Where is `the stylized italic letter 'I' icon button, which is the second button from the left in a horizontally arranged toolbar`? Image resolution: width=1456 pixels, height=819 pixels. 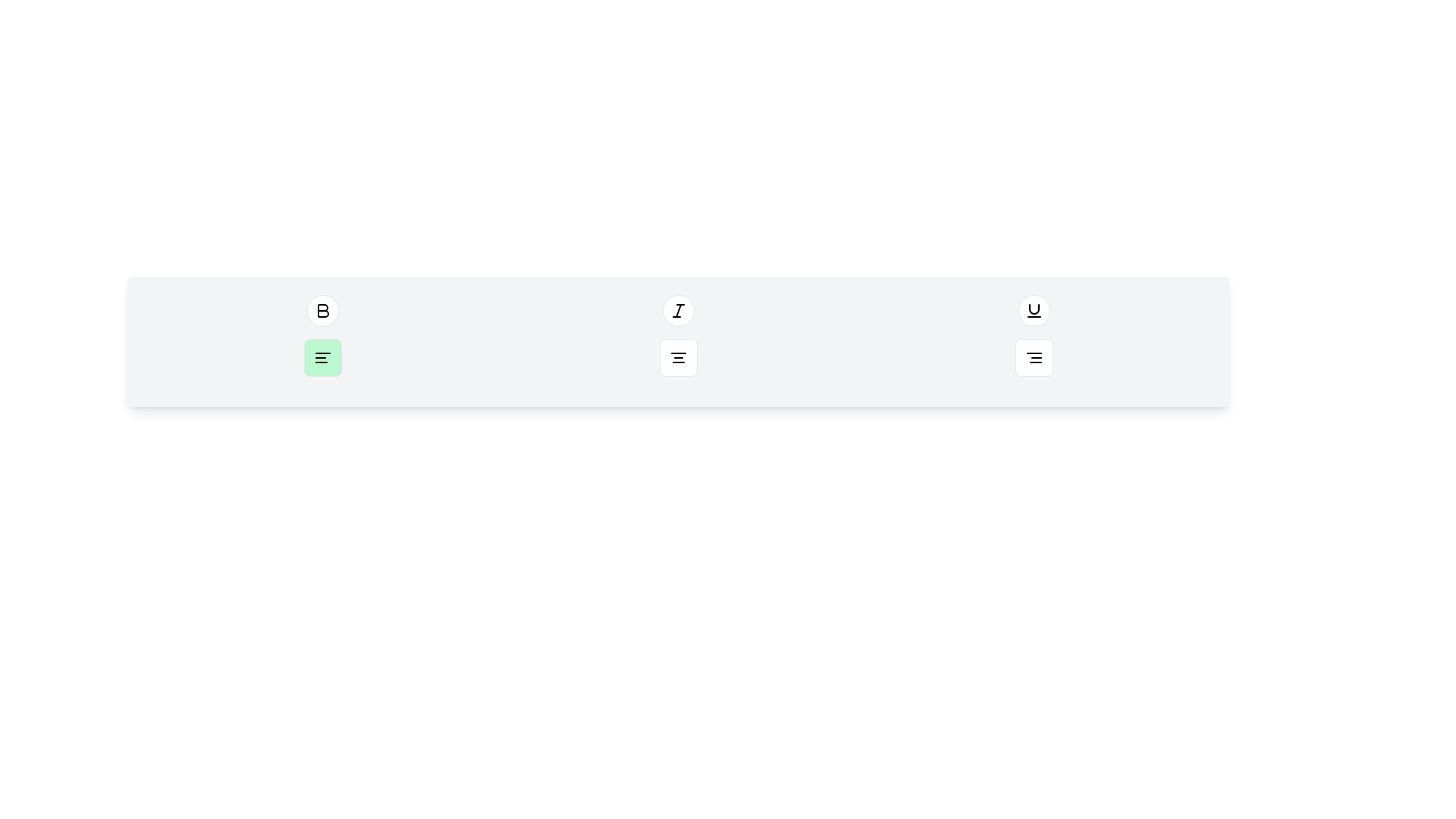 the stylized italic letter 'I' icon button, which is the second button from the left in a horizontally arranged toolbar is located at coordinates (677, 309).